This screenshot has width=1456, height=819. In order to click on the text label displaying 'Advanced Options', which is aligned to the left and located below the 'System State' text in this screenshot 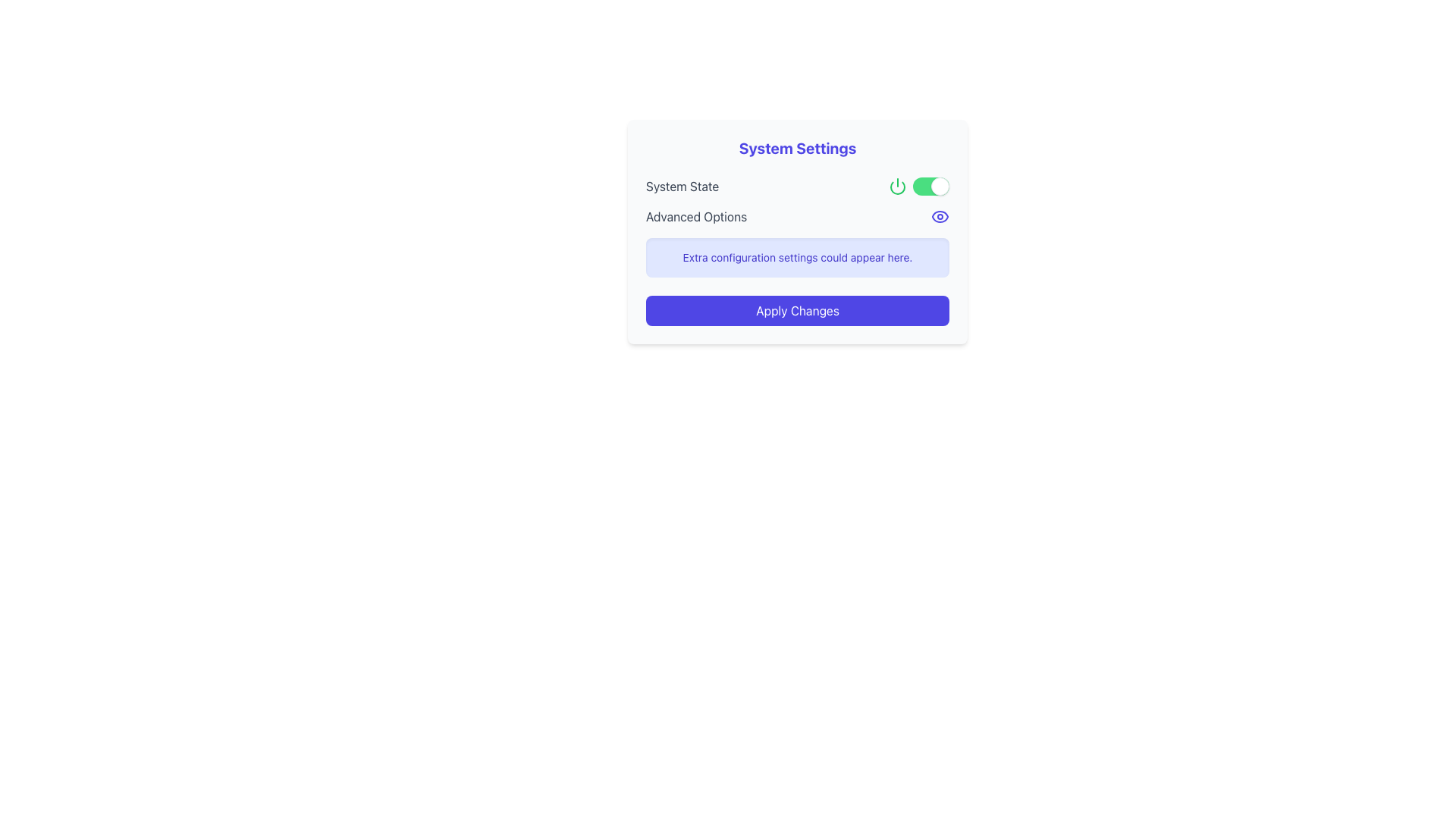, I will do `click(695, 216)`.